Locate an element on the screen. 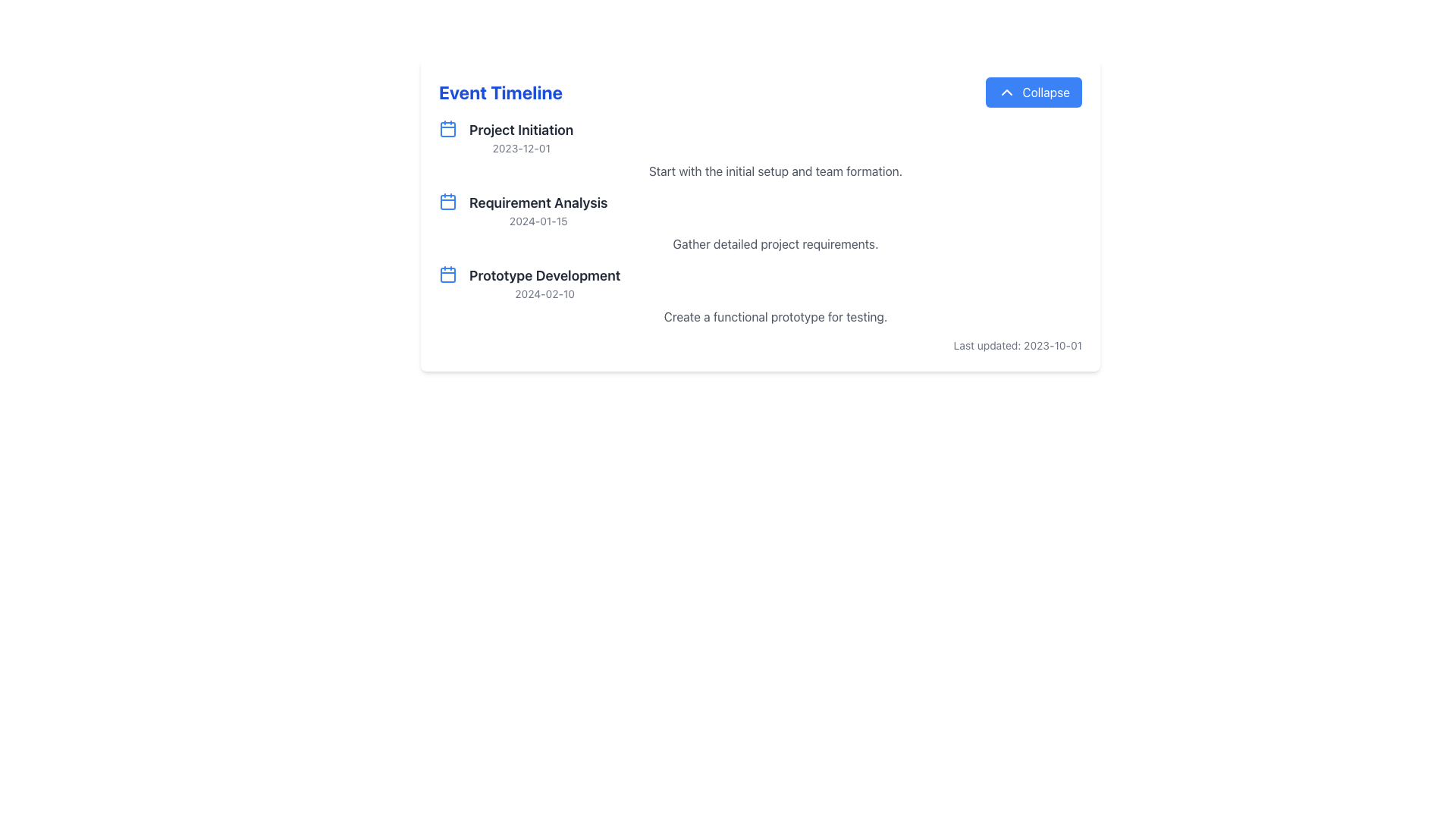  the 'Requirement Analysis' timeline item is located at coordinates (761, 222).